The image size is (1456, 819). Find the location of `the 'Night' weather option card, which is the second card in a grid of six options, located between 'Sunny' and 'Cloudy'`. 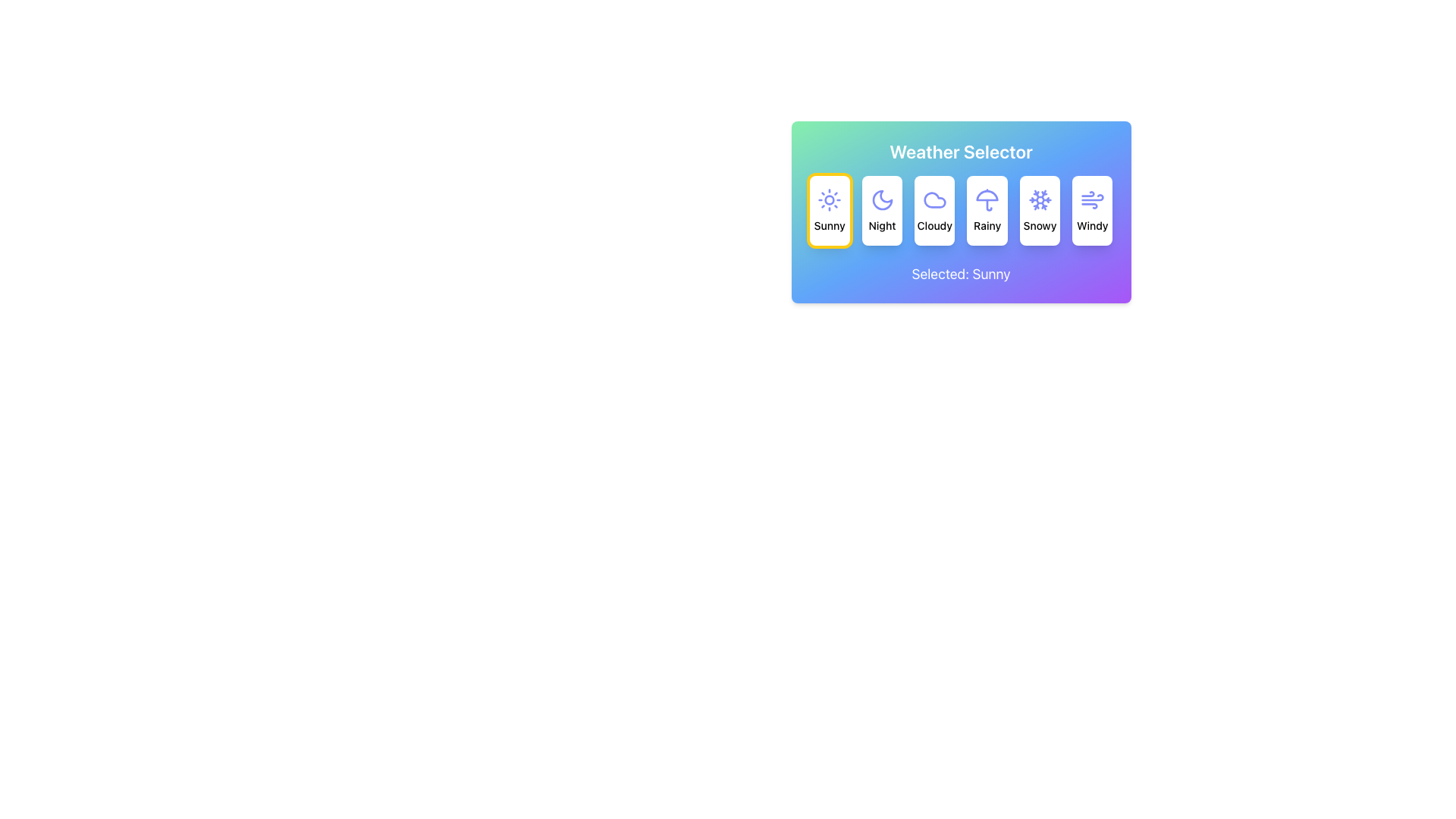

the 'Night' weather option card, which is the second card in a grid of six options, located between 'Sunny' and 'Cloudy' is located at coordinates (882, 210).